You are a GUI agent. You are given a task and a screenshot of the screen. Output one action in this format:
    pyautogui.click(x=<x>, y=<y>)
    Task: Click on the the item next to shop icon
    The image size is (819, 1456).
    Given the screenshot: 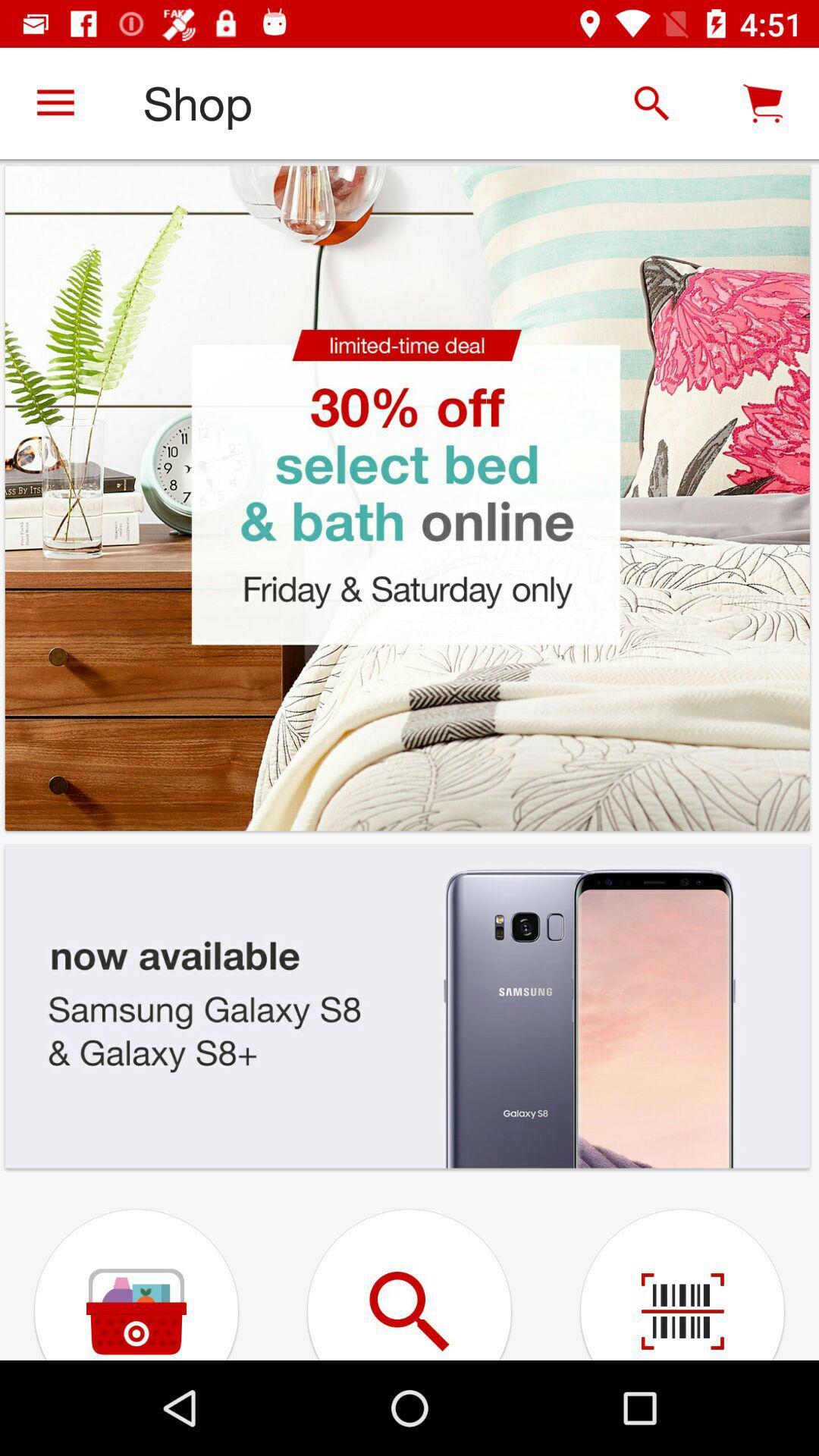 What is the action you would take?
    pyautogui.click(x=651, y=102)
    